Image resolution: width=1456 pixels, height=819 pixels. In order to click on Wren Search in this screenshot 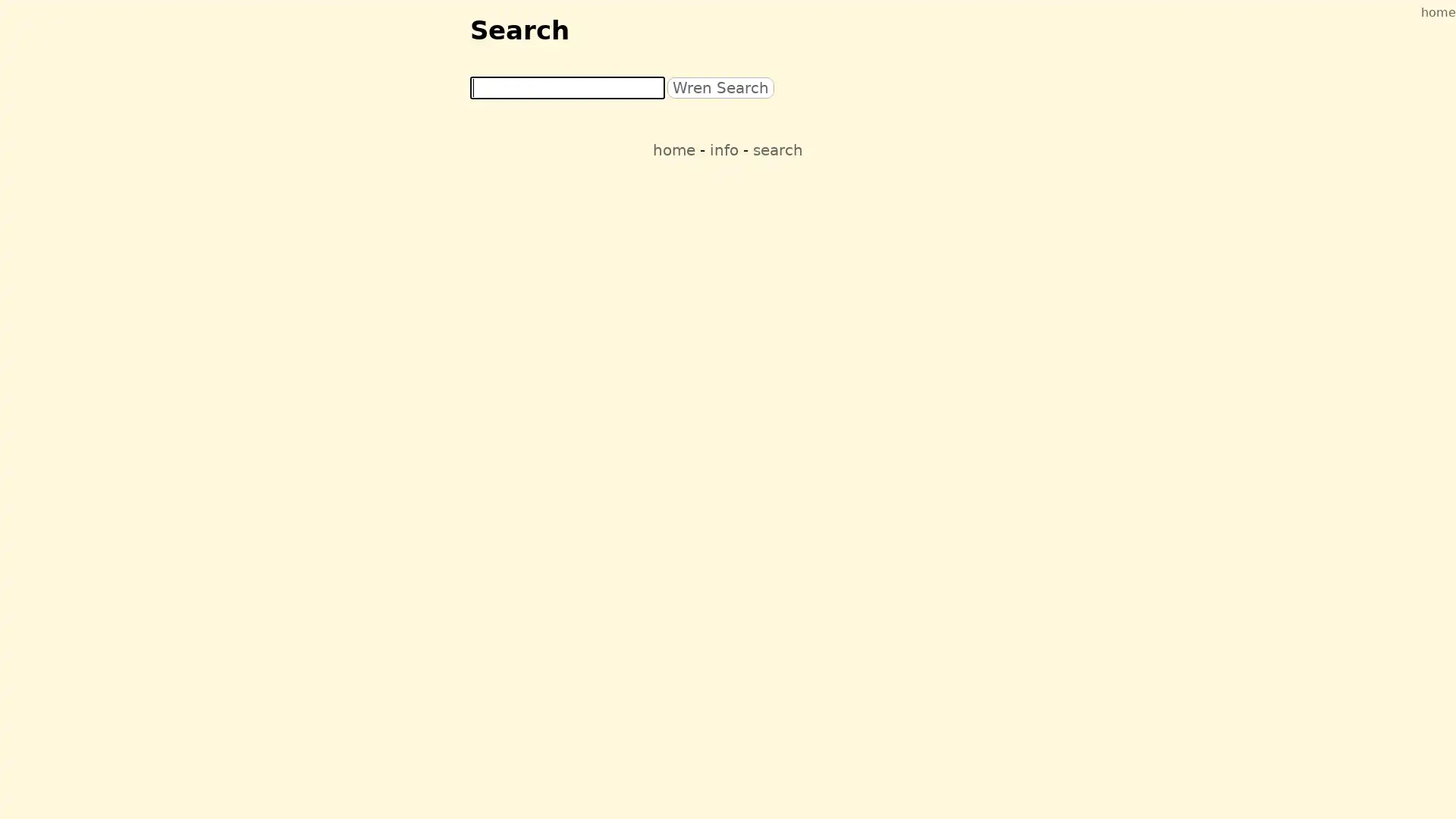, I will do `click(720, 87)`.